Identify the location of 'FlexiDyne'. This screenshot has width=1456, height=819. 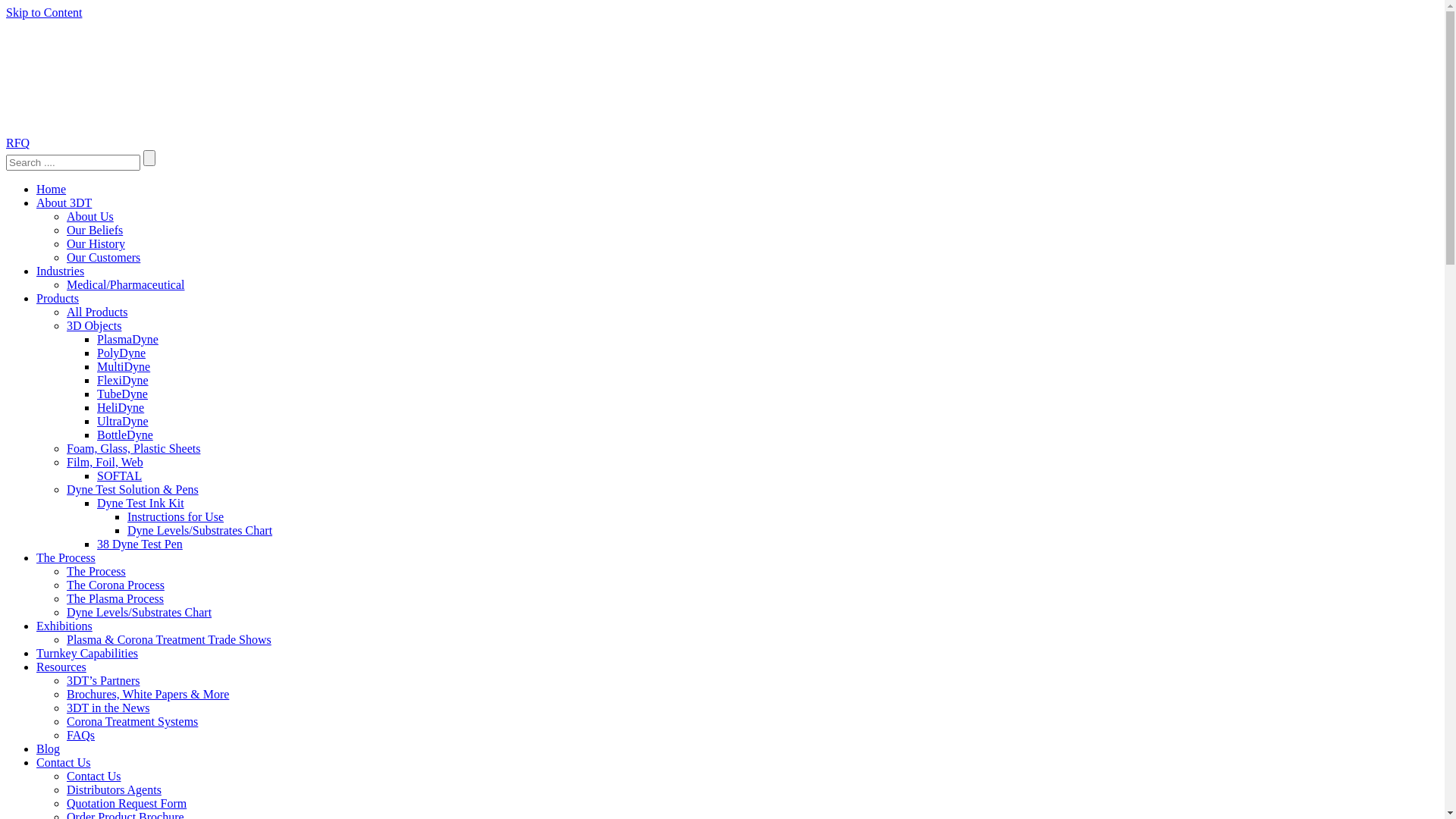
(123, 379).